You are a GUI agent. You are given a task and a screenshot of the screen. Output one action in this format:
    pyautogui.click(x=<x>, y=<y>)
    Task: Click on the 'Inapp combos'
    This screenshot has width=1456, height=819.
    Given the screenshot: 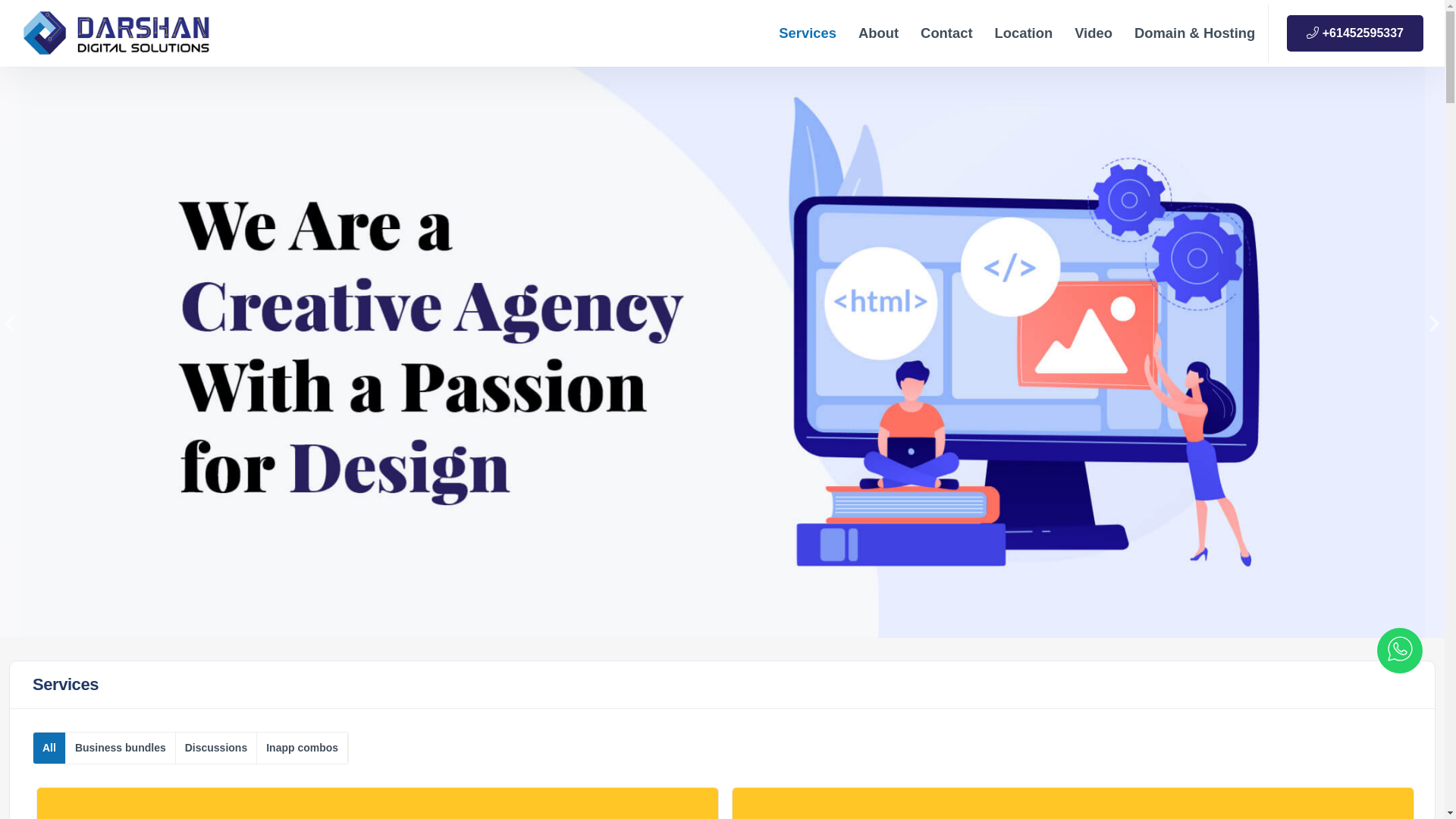 What is the action you would take?
    pyautogui.click(x=302, y=747)
    